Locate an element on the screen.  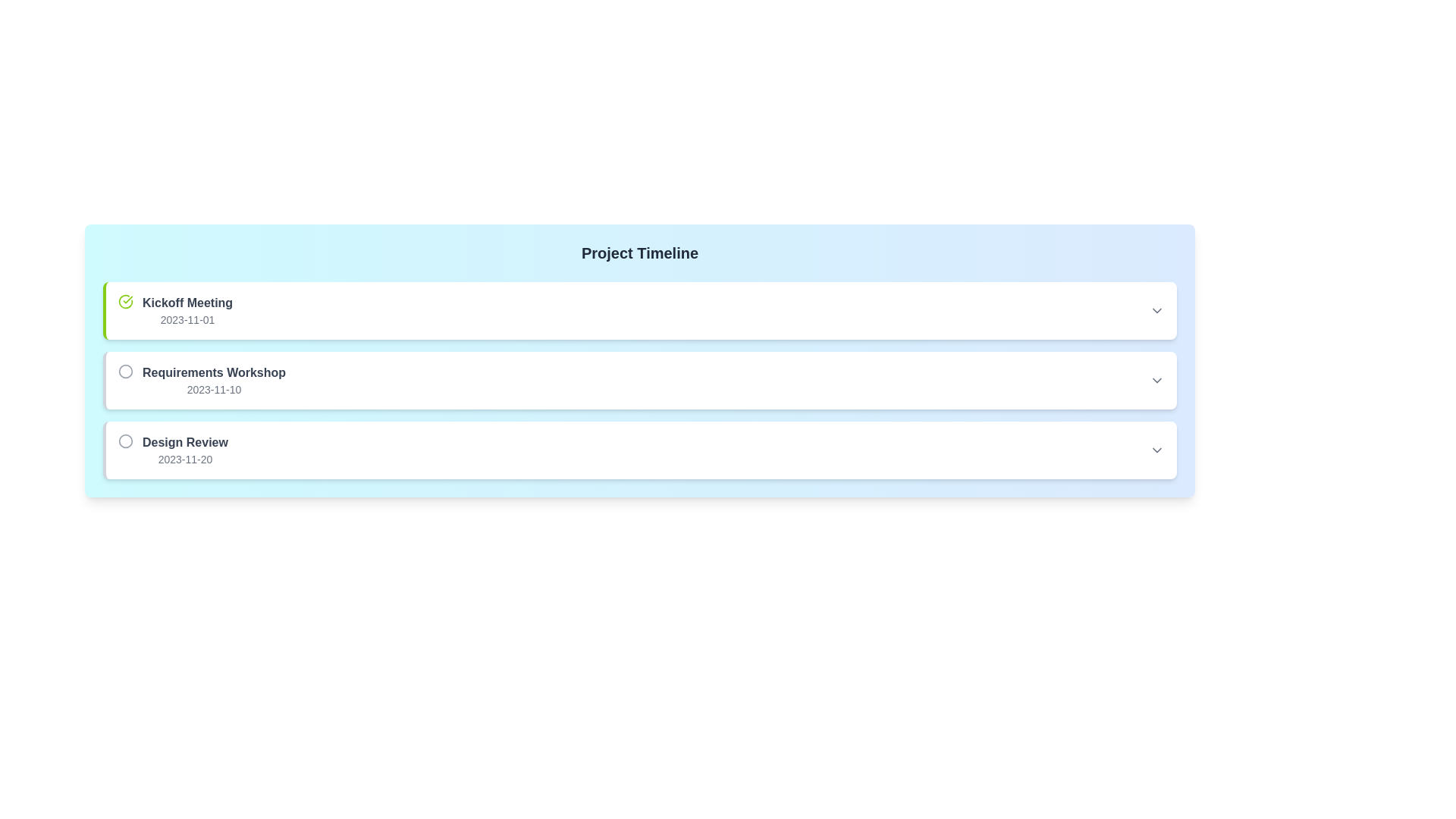
the third list item labeled 'Design Review' is located at coordinates (641, 450).